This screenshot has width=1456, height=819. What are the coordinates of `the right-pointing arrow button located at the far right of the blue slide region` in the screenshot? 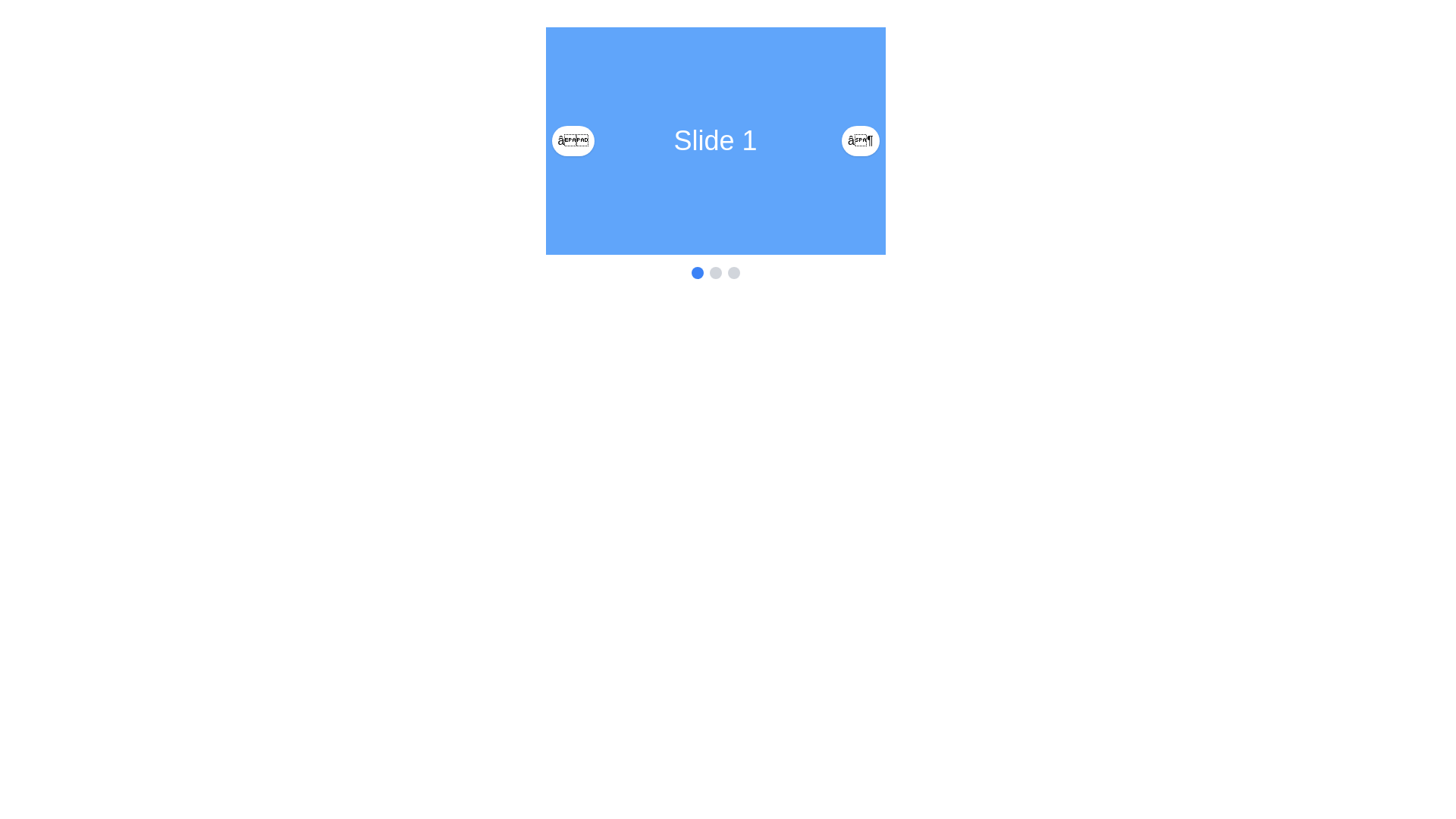 It's located at (860, 140).